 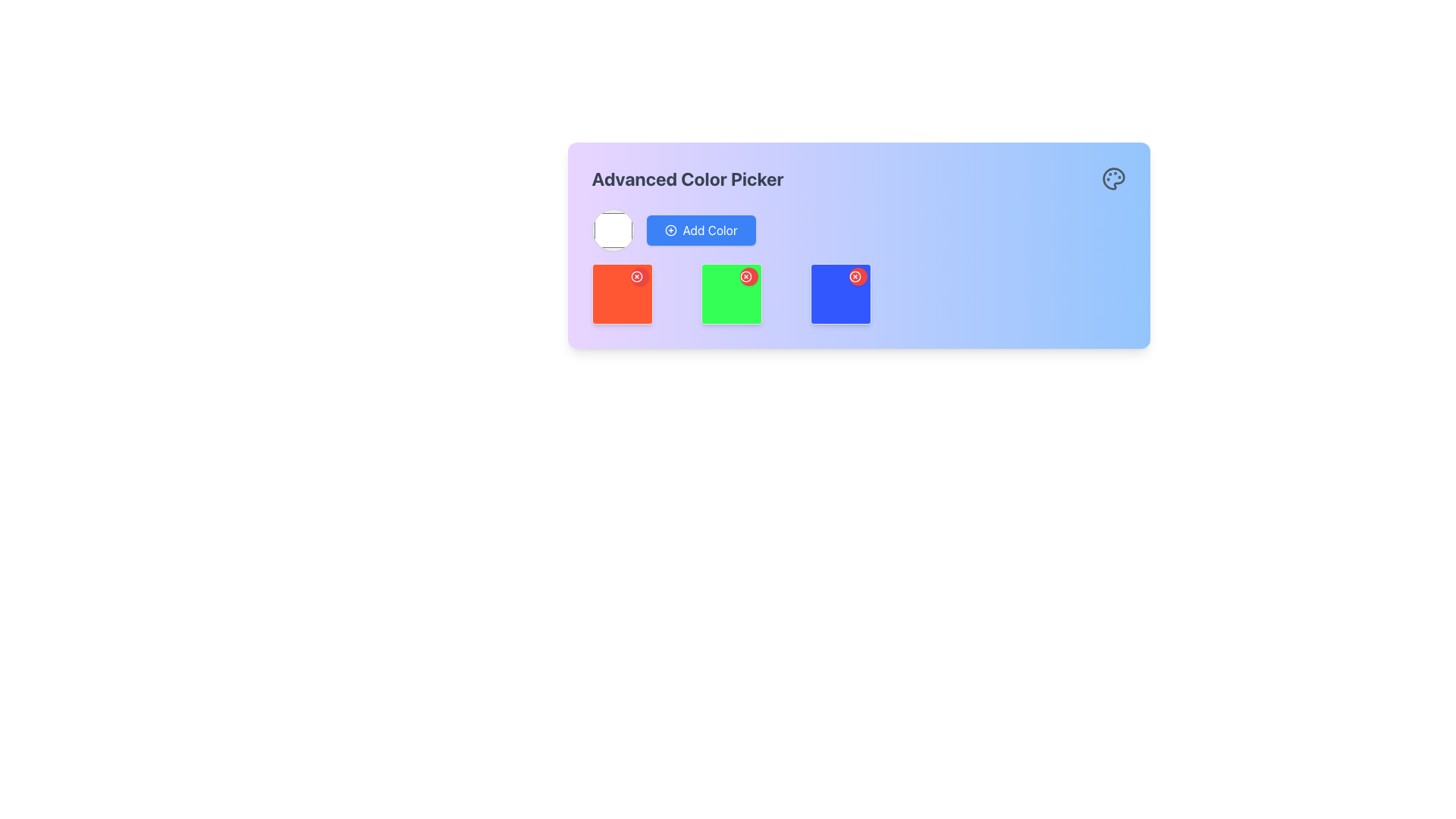 I want to click on the small circular button with a red background and white 'x' at the top-right corner of the green square, so click(x=745, y=277).